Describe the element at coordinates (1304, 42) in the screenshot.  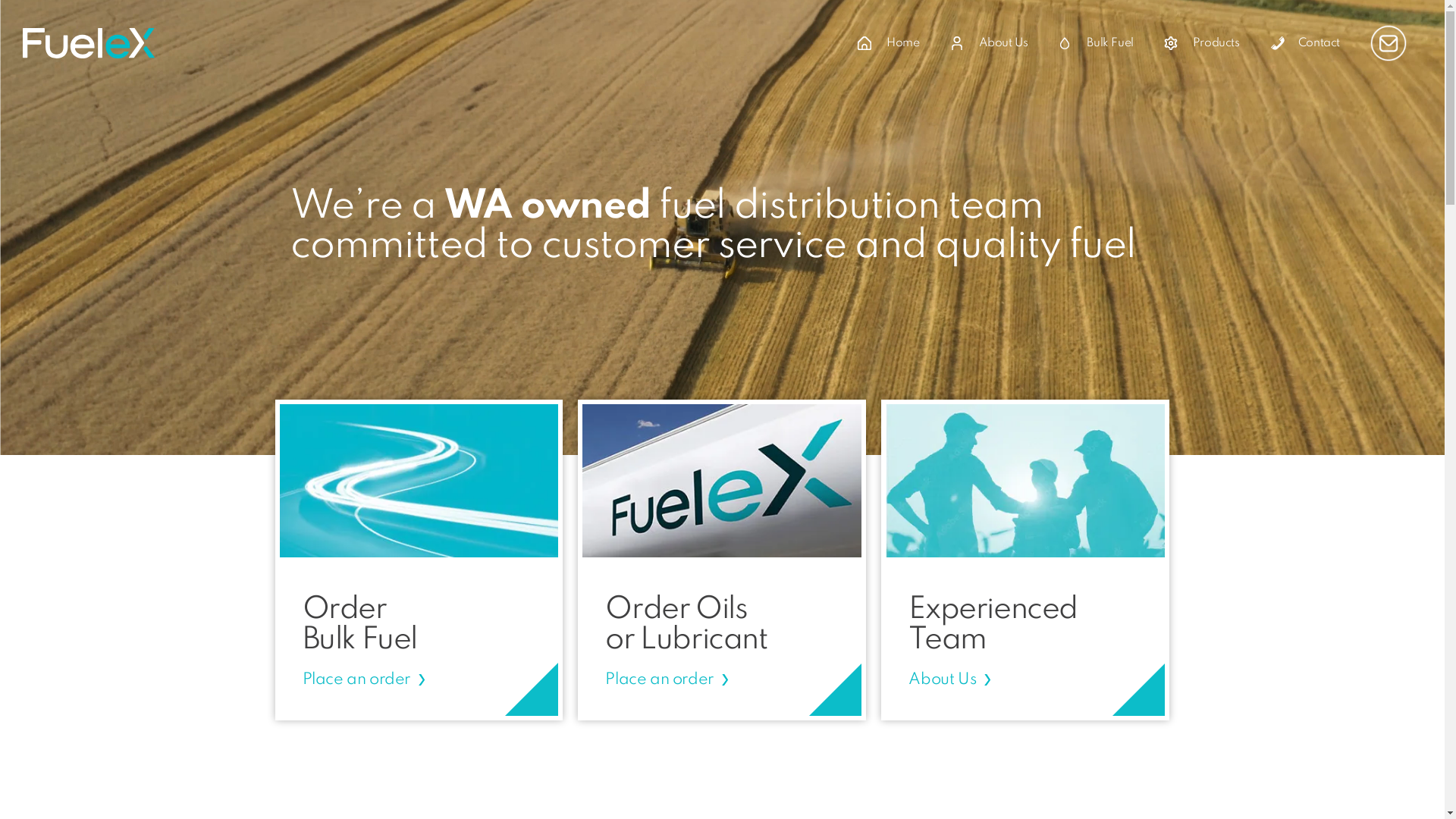
I see `'  Contact'` at that location.